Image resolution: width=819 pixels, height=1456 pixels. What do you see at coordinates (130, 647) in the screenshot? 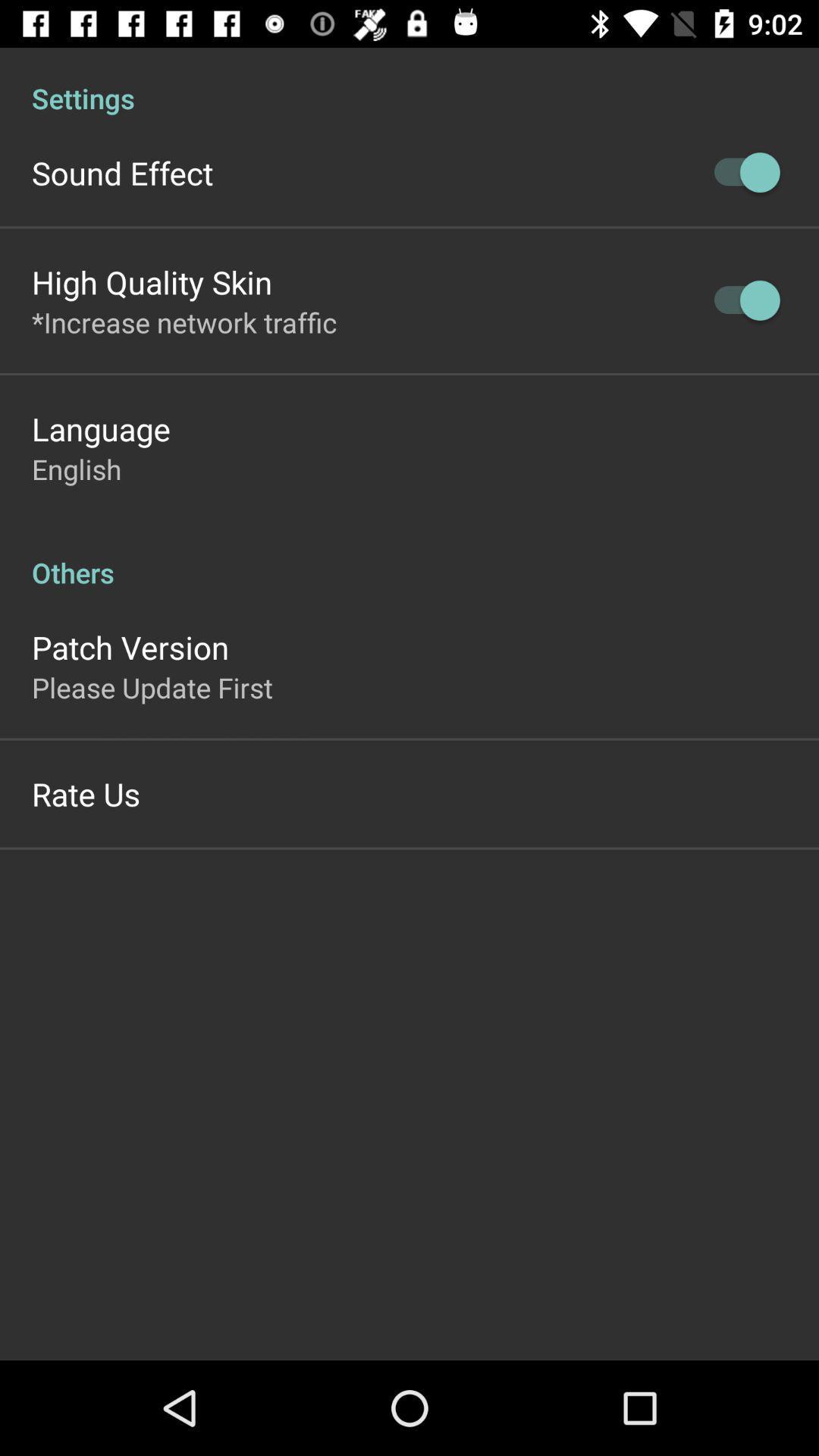
I see `the icon below the others item` at bounding box center [130, 647].